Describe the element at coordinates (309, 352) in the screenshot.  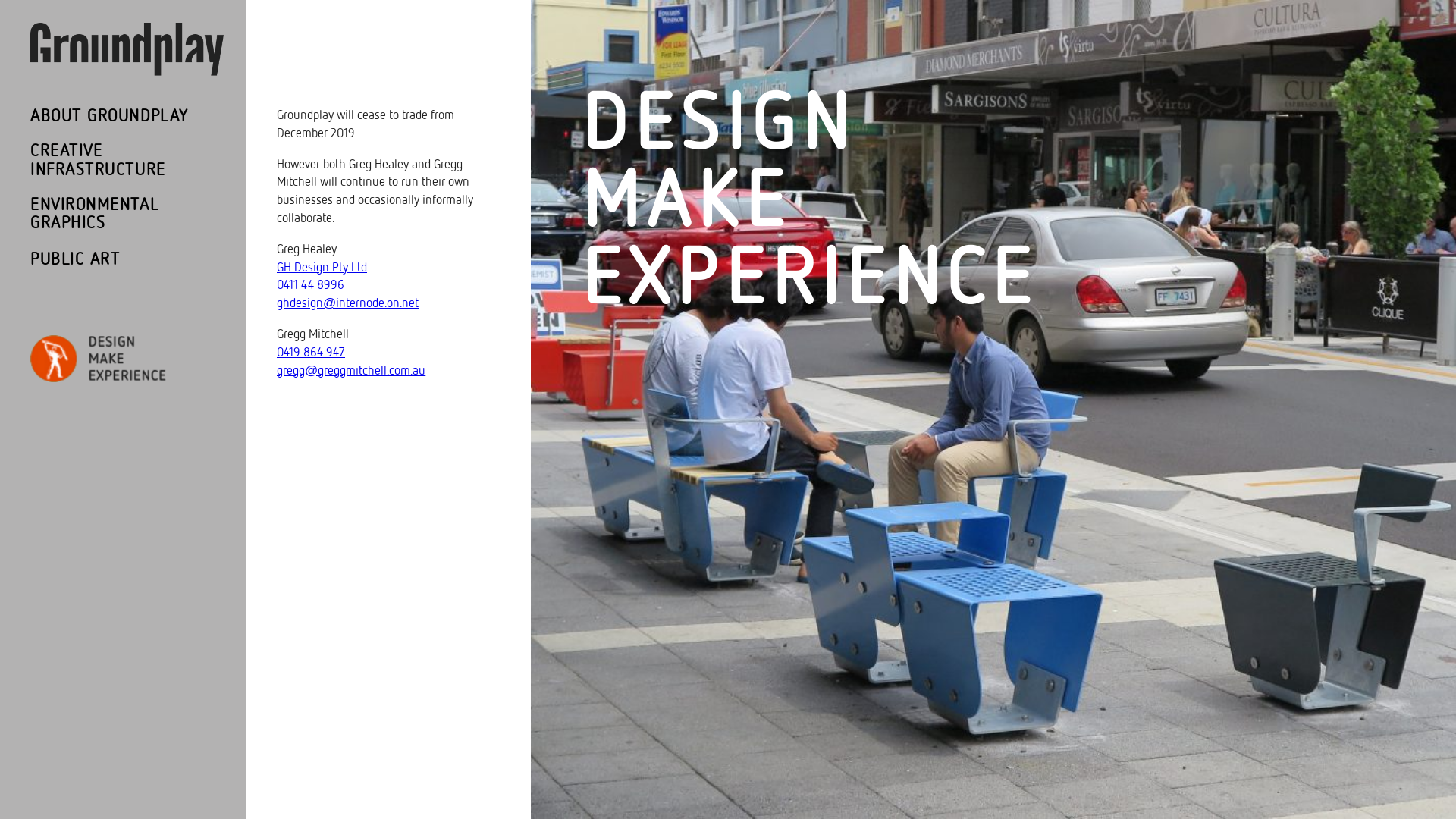
I see `'0419 864 947'` at that location.